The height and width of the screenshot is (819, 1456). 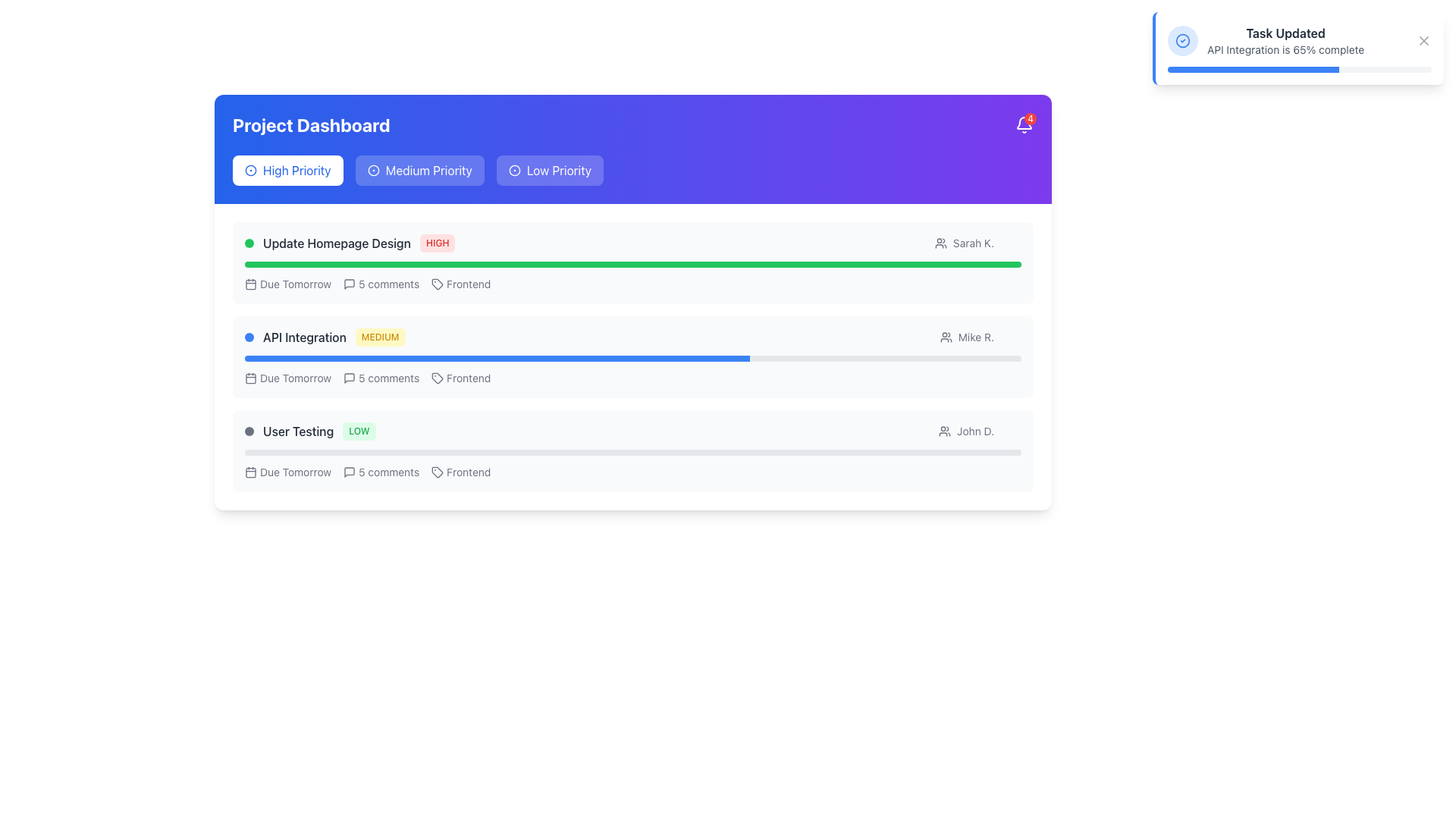 I want to click on the text label displaying 'John D.', so click(x=975, y=431).